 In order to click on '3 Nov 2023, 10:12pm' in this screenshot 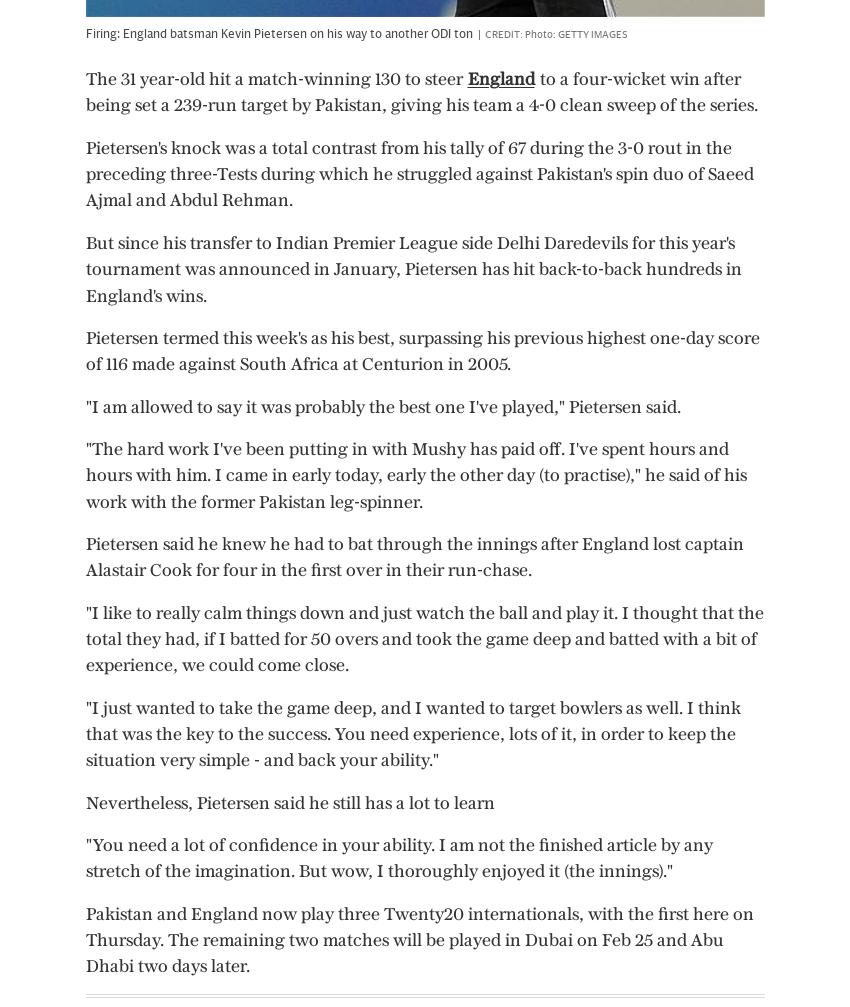, I will do `click(627, 662)`.